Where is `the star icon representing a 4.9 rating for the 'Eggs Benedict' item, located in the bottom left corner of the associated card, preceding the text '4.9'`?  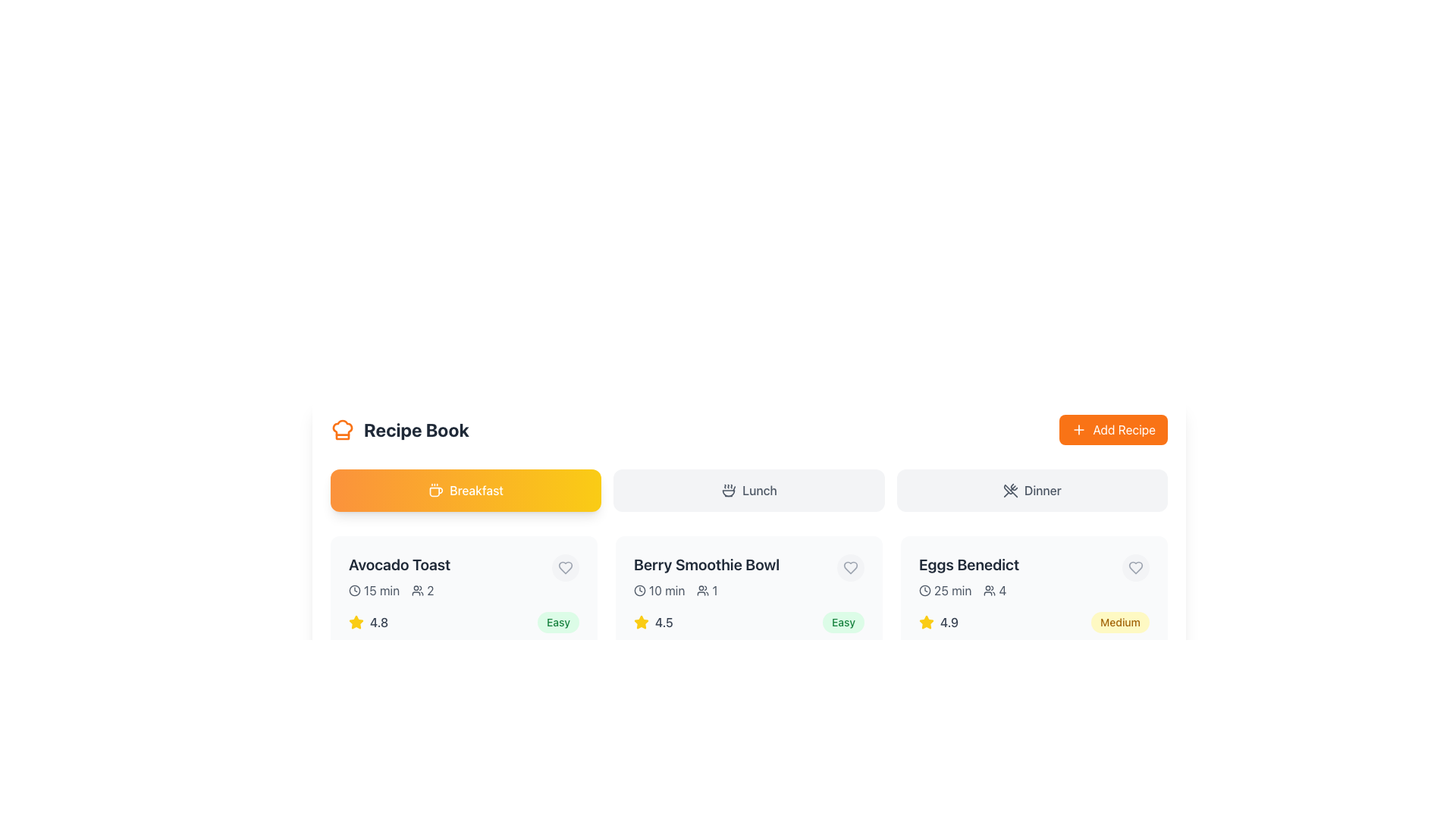 the star icon representing a 4.9 rating for the 'Eggs Benedict' item, located in the bottom left corner of the associated card, preceding the text '4.9' is located at coordinates (926, 623).